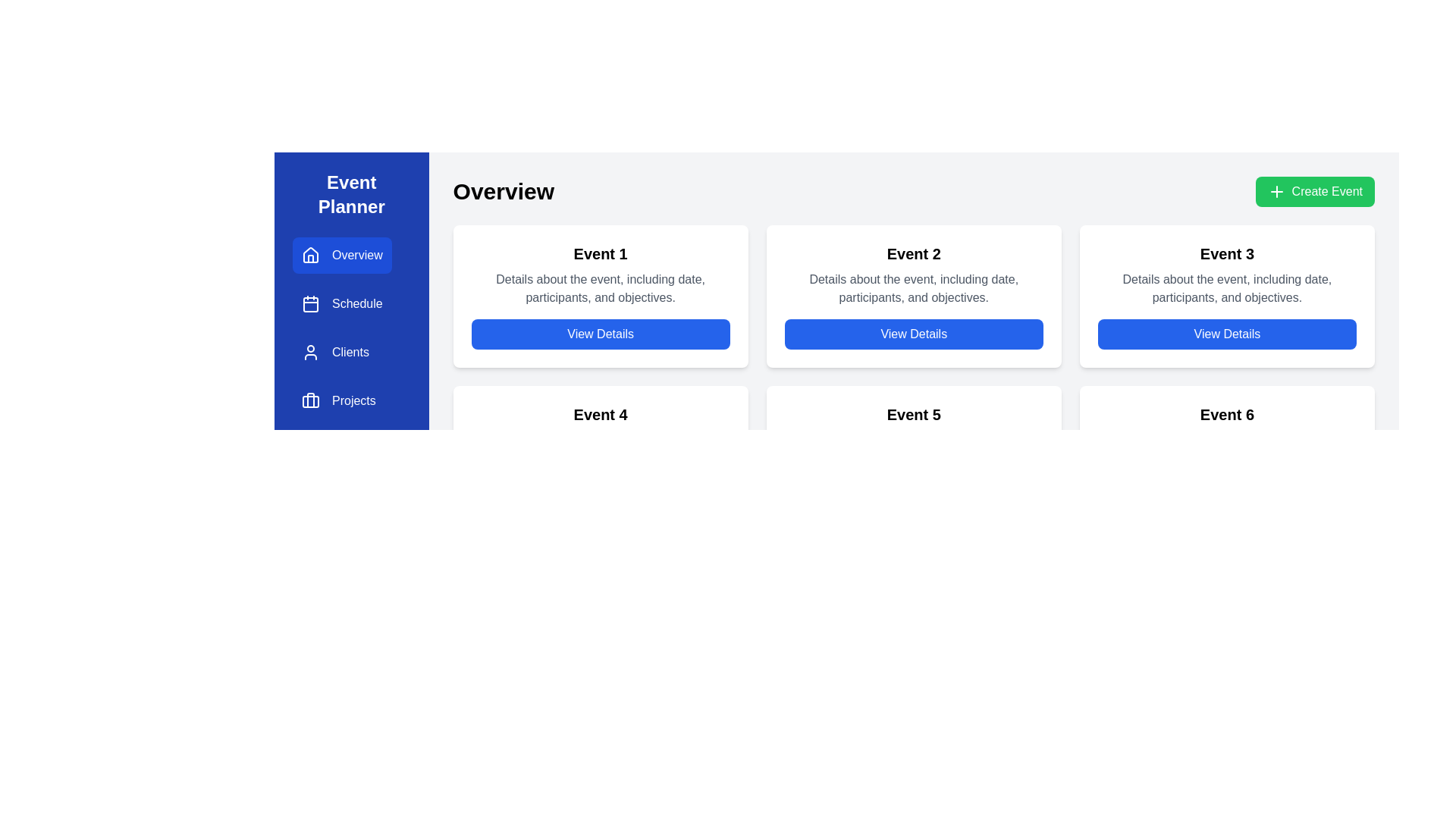  Describe the element at coordinates (309, 304) in the screenshot. I see `the calendar icon with a blue background and white outline, located to the left of the 'Schedule' text in the vertical navigation menu` at that location.